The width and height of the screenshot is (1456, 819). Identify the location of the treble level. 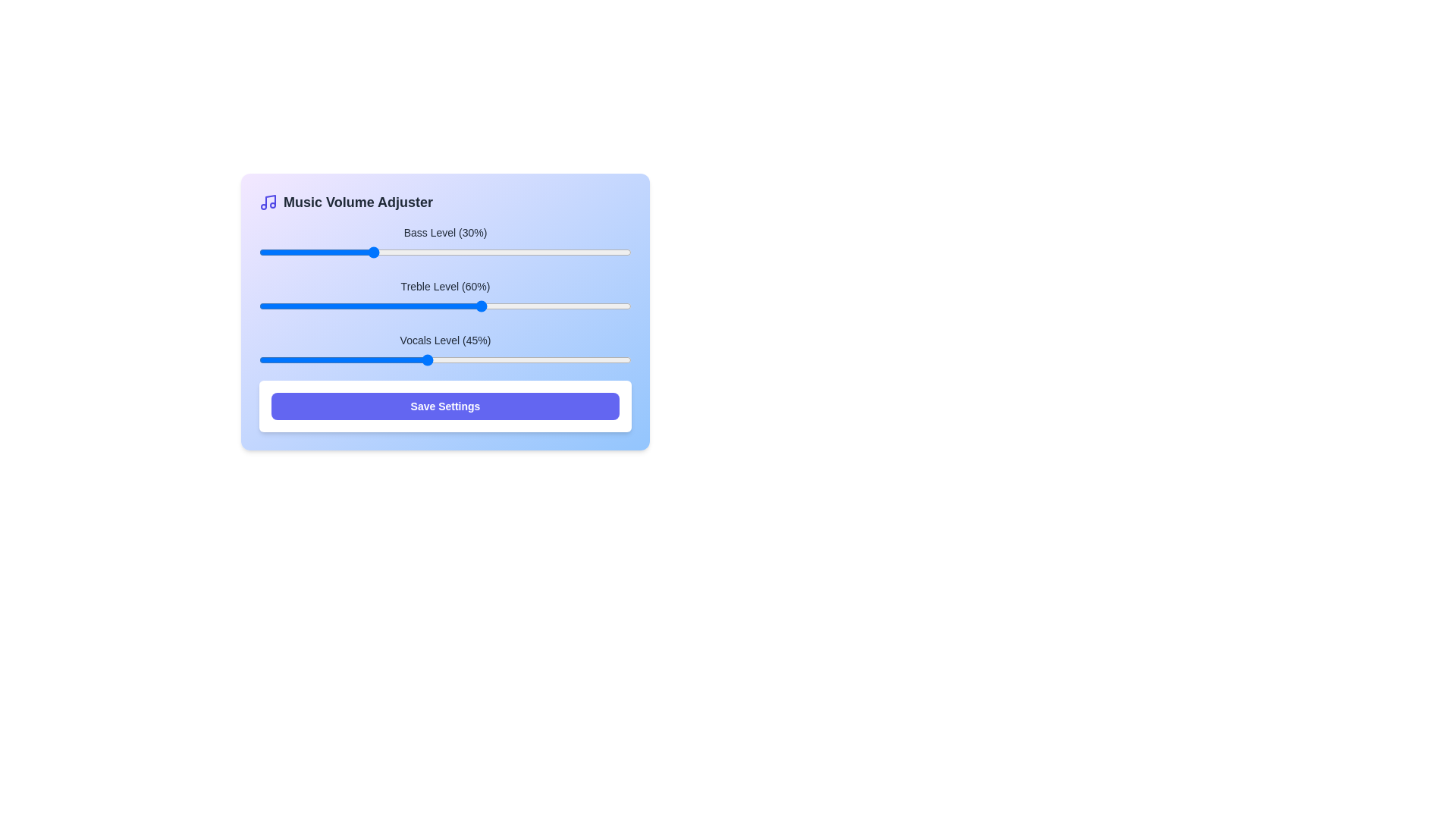
(408, 306).